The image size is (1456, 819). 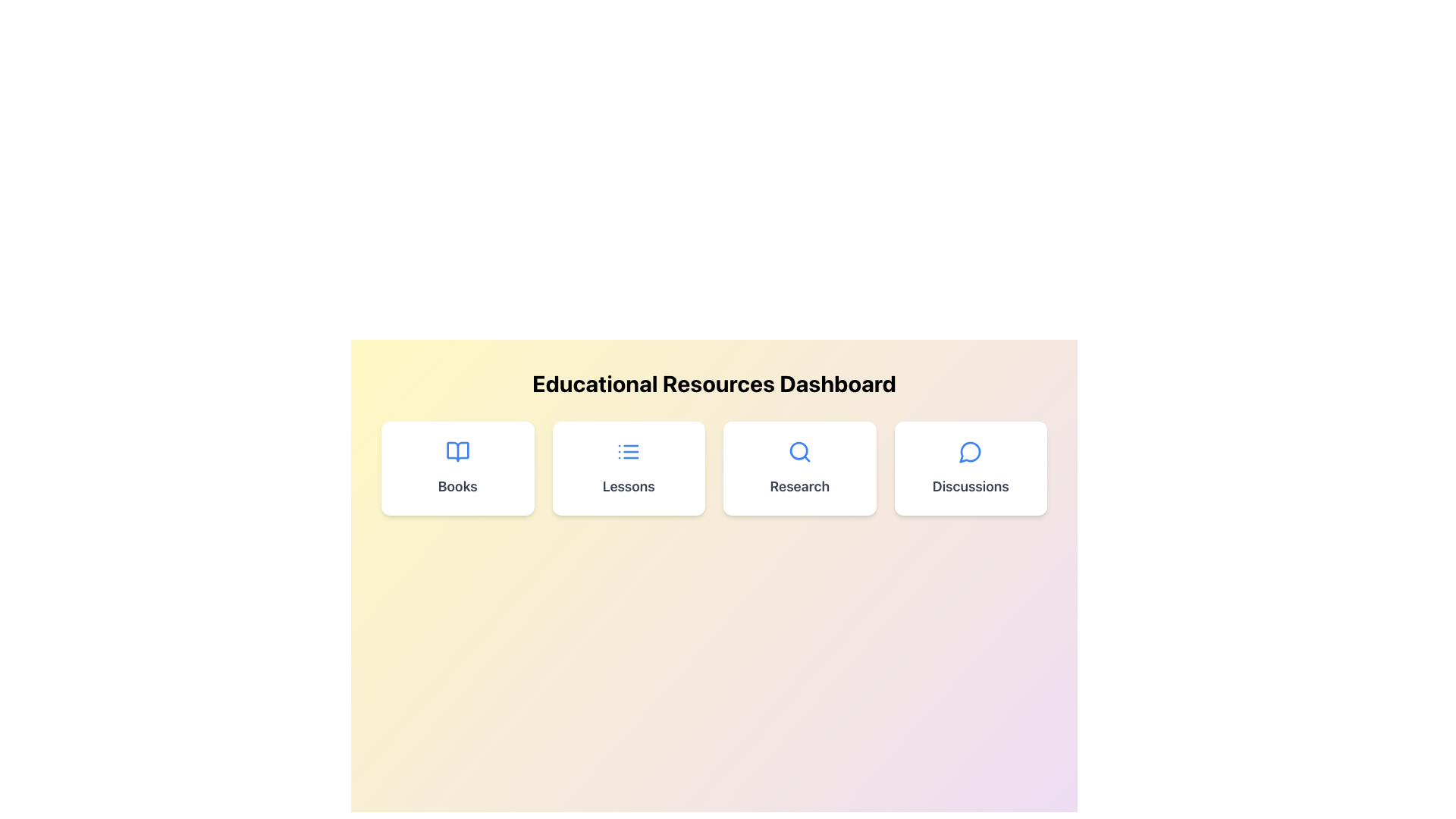 What do you see at coordinates (457, 451) in the screenshot?
I see `the 'Books' category icon located at the top center of the section, which is the first icon in a horizontal row of category icons` at bounding box center [457, 451].